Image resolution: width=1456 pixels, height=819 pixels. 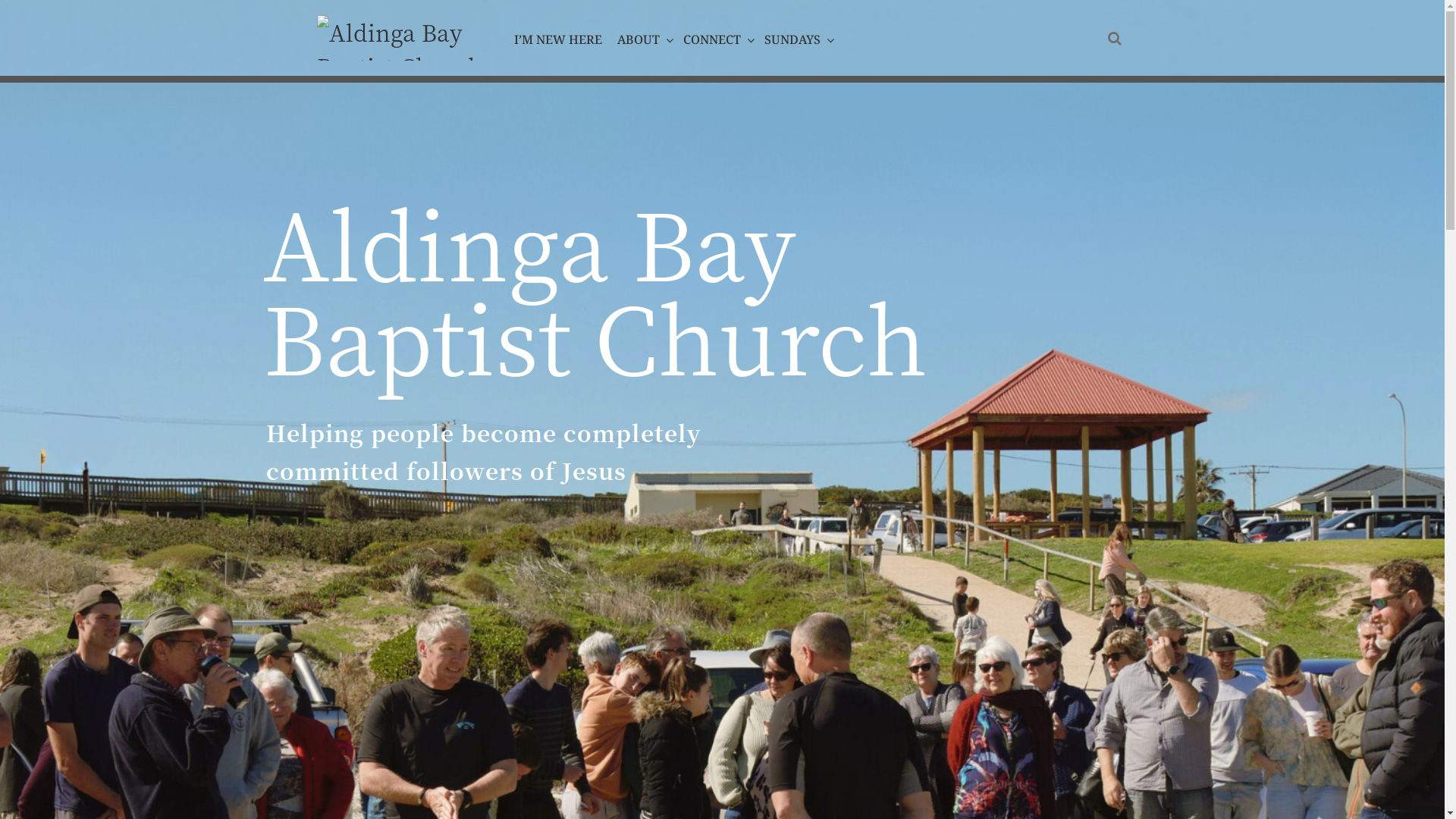 What do you see at coordinates (642, 38) in the screenshot?
I see `'ABOUT'` at bounding box center [642, 38].